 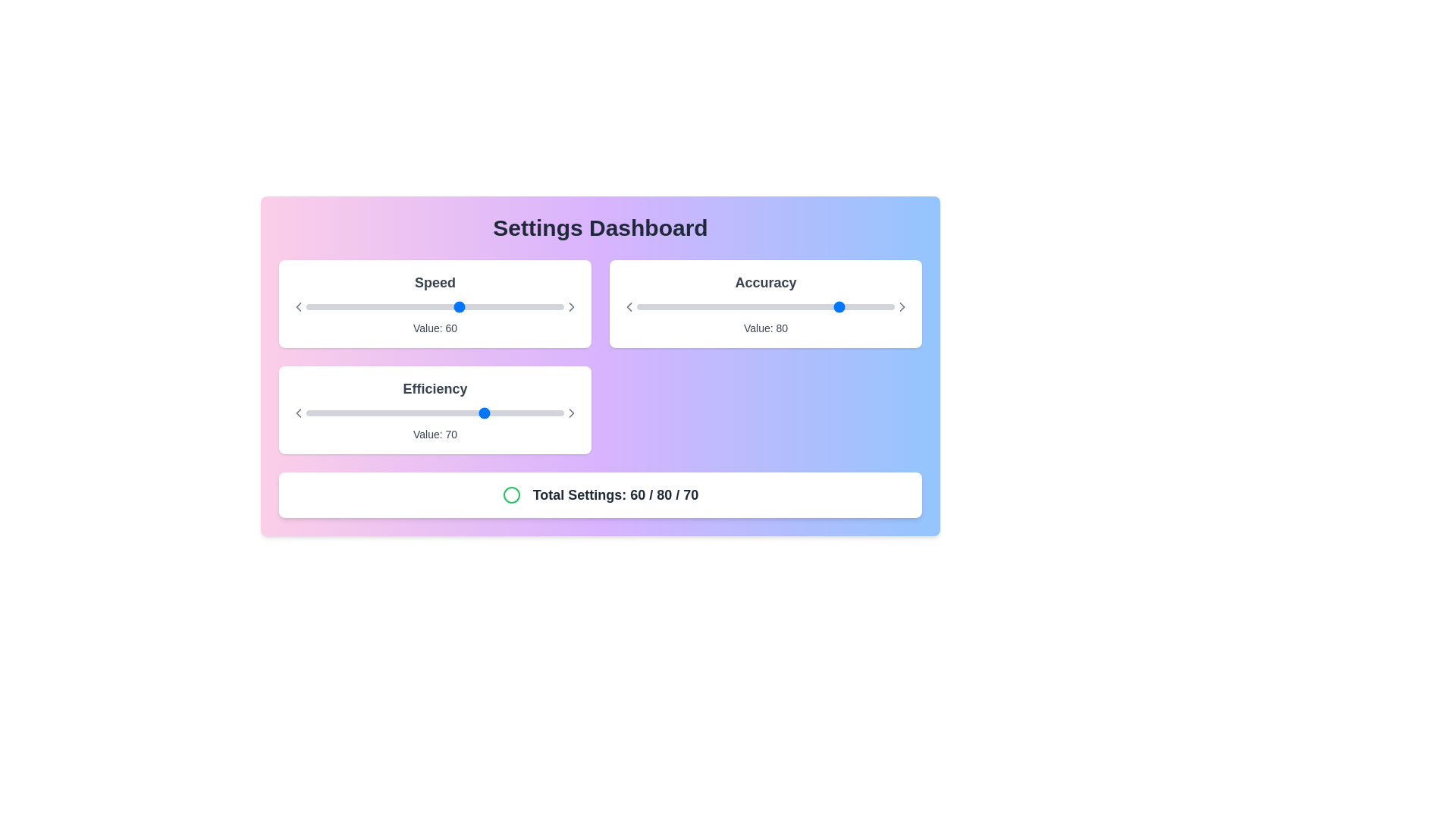 I want to click on the slider, so click(x=323, y=307).